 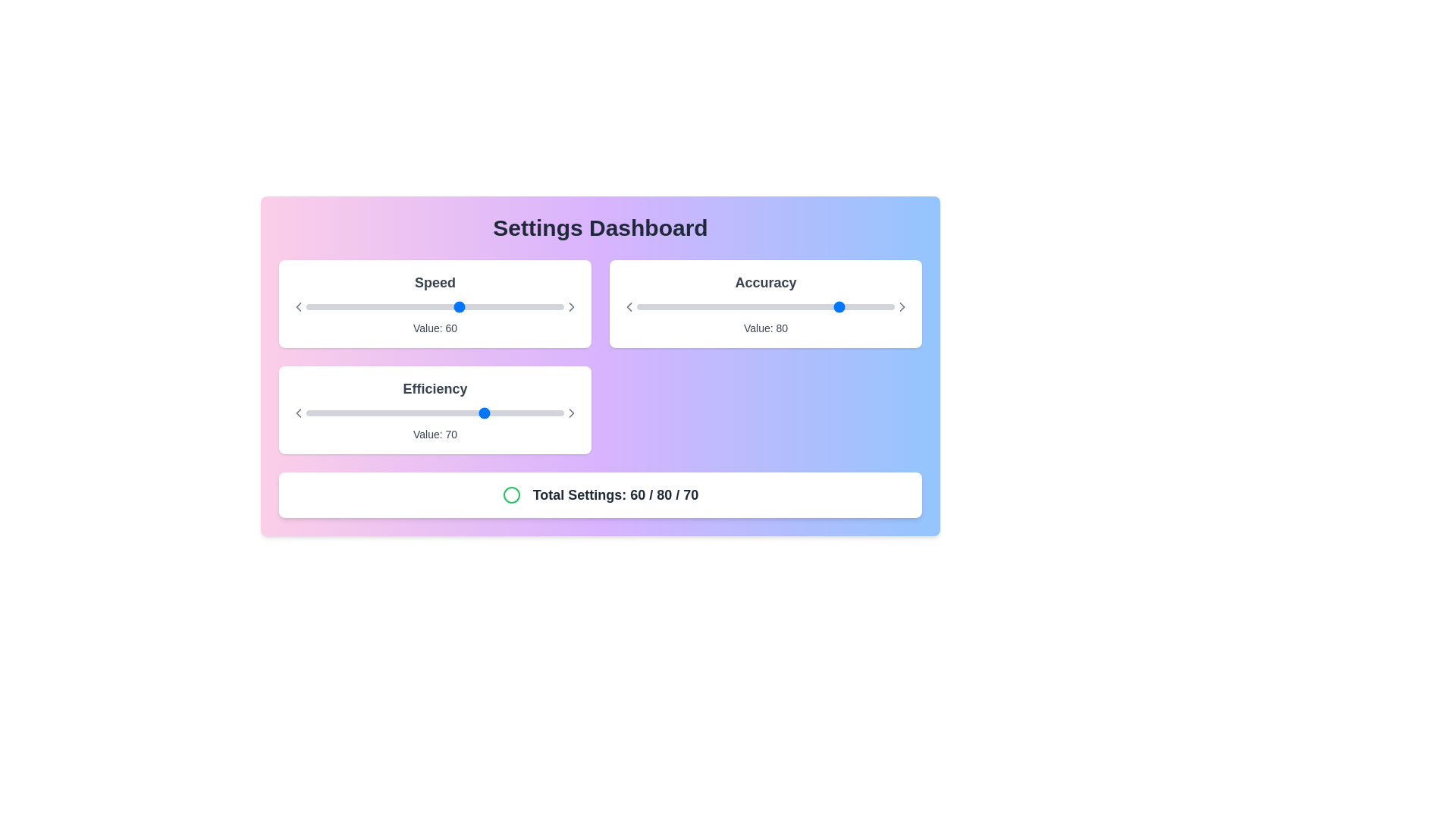 I want to click on the slider, so click(x=323, y=307).